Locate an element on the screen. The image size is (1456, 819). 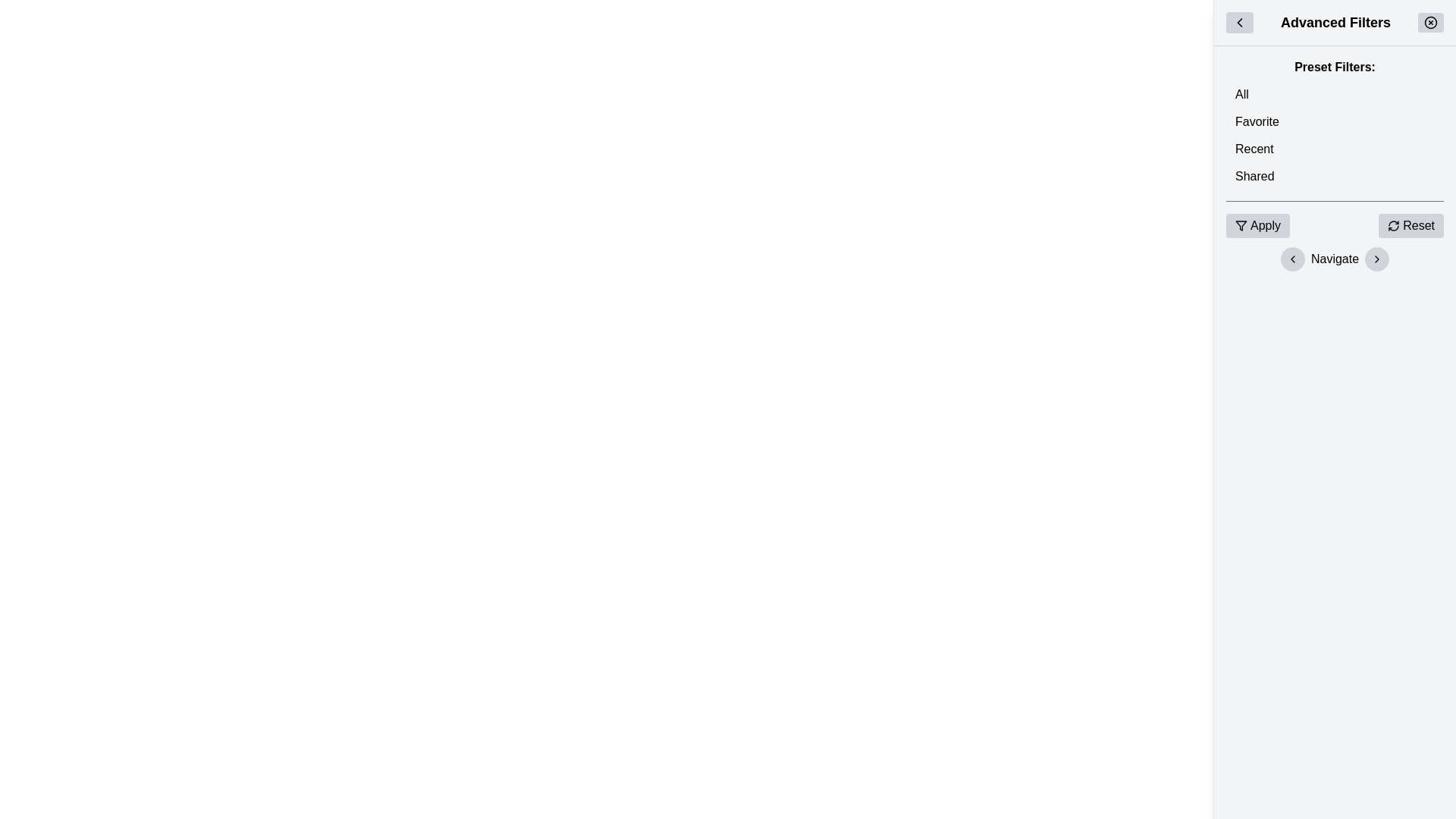
the button located at the top right of the 'Advanced Filters' panel to change its background color is located at coordinates (1429, 23).